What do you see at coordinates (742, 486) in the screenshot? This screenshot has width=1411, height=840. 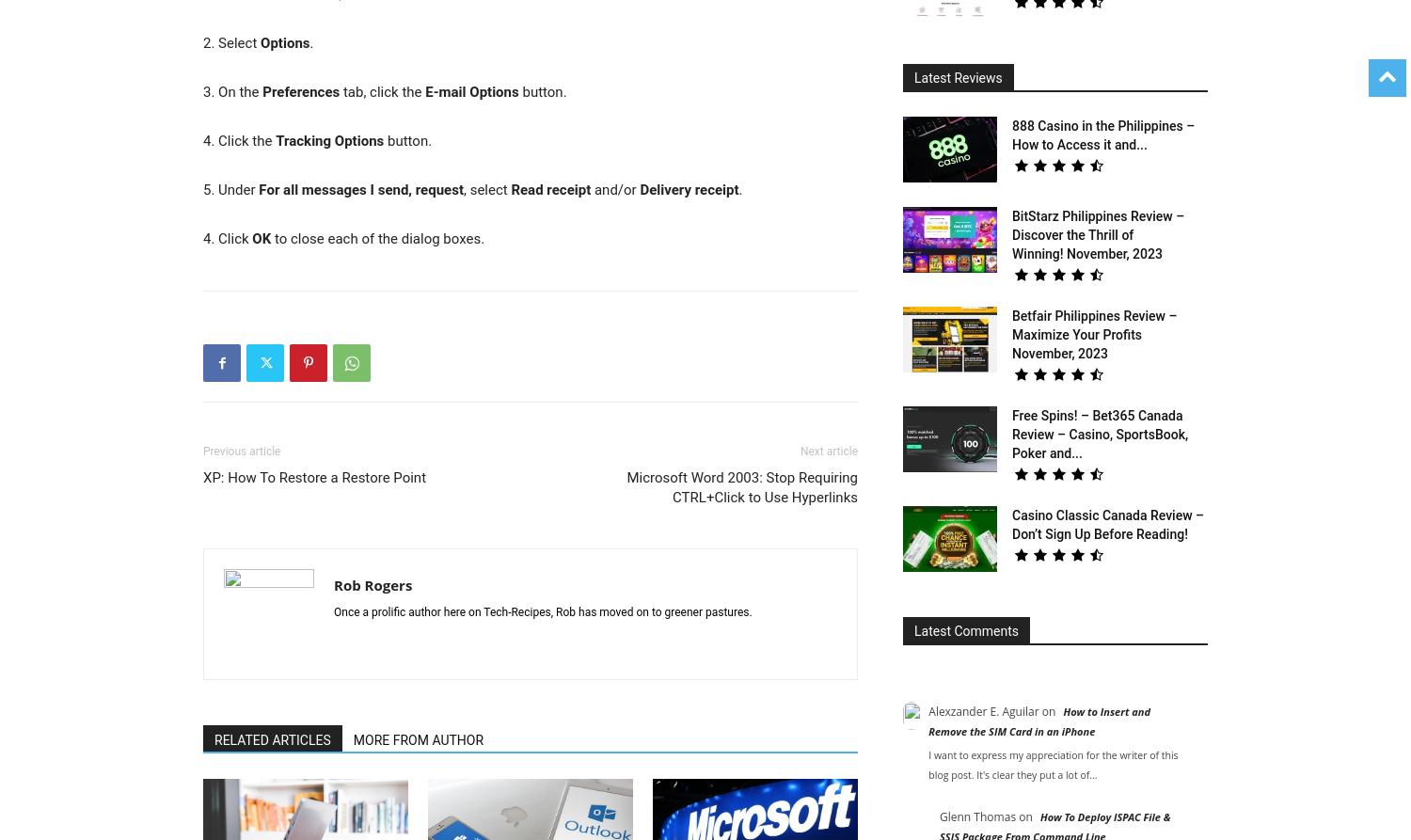 I see `'Microsoft Word 2003:  Stop Requiring CTRL+Click to Use Hyperlinks'` at bounding box center [742, 486].